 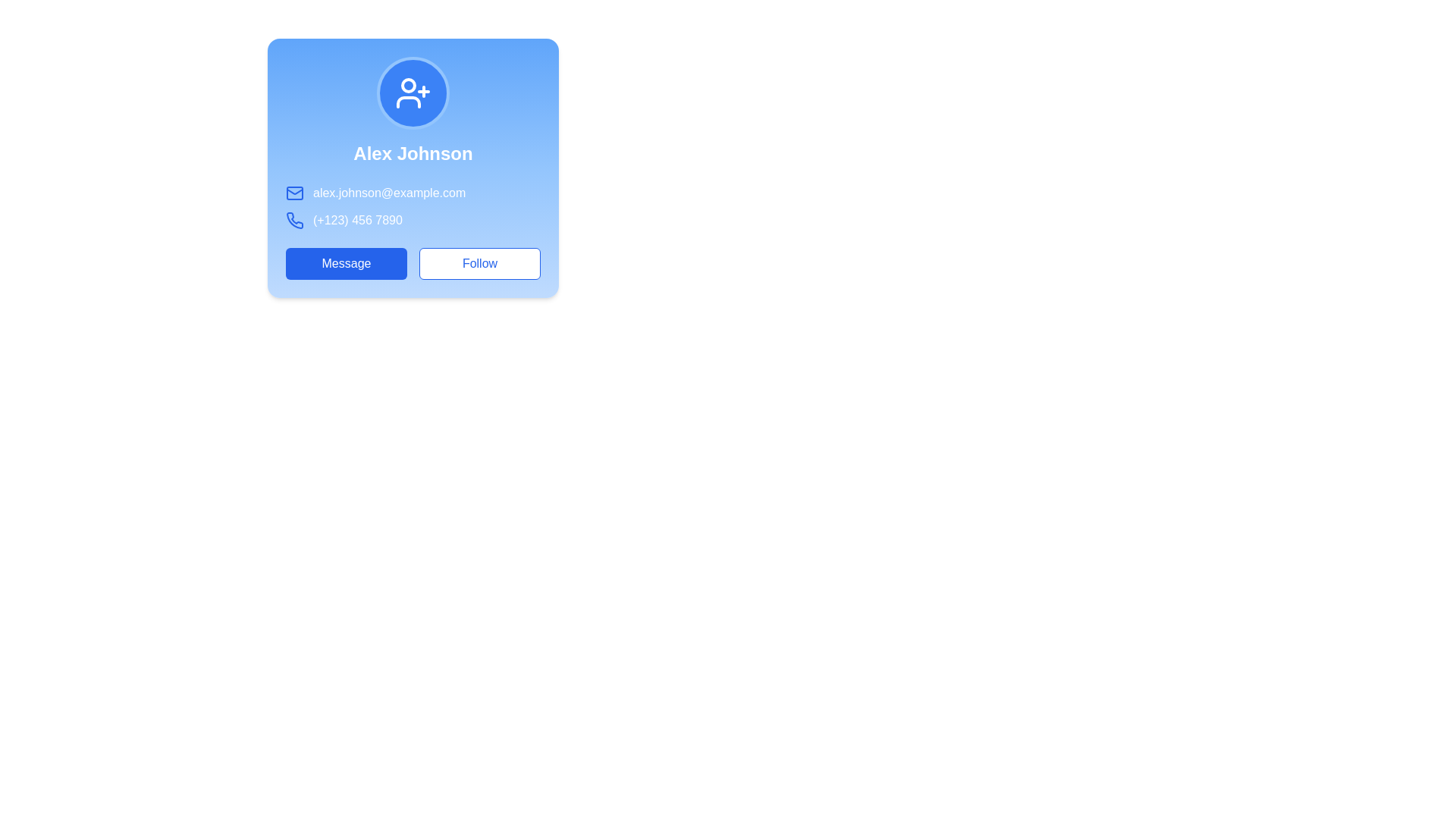 What do you see at coordinates (413, 192) in the screenshot?
I see `the email address text label displayed in white alongside the email icon on a blue background, located under the name 'Alex Johnson'` at bounding box center [413, 192].